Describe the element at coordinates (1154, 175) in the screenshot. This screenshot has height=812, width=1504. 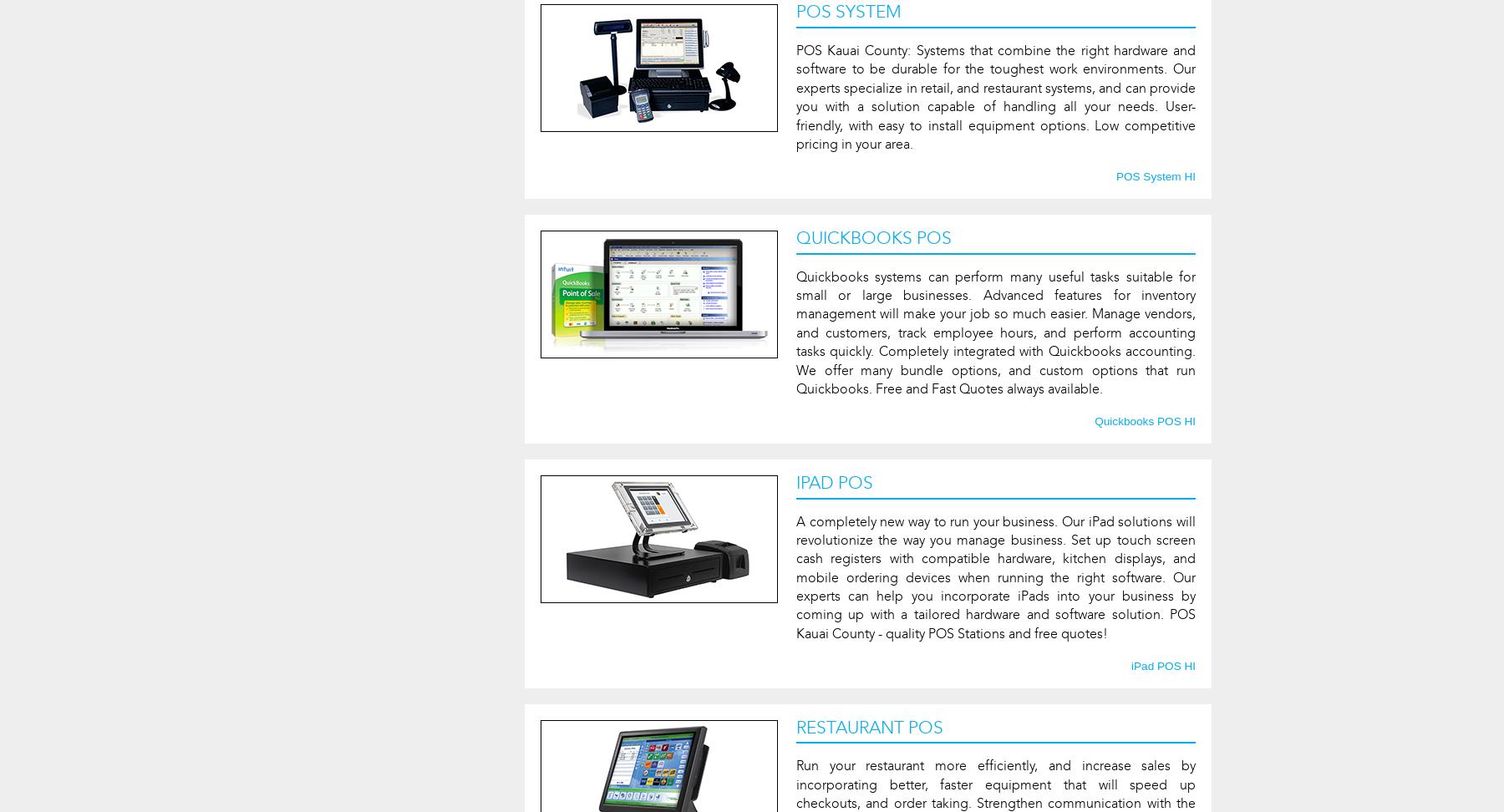
I see `'POS System HI'` at that location.